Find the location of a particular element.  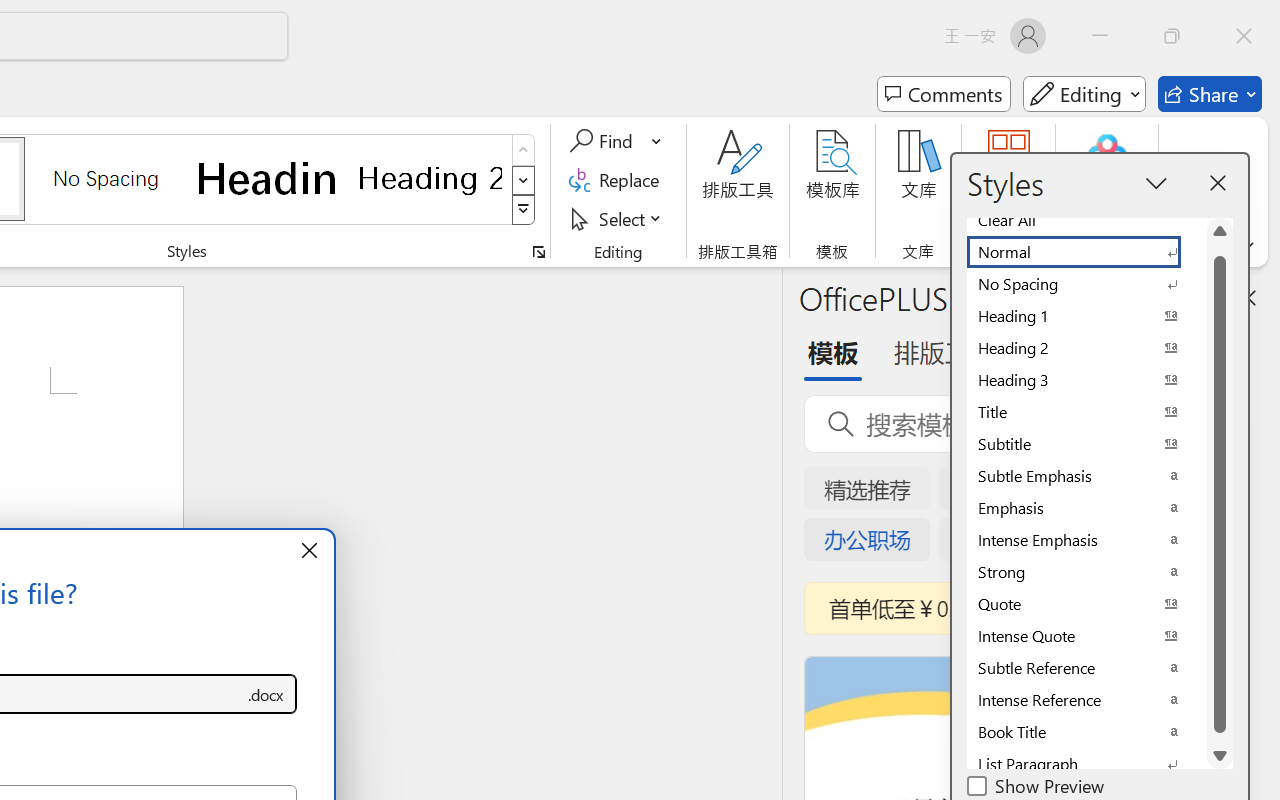

'Styles...' is located at coordinates (538, 251).